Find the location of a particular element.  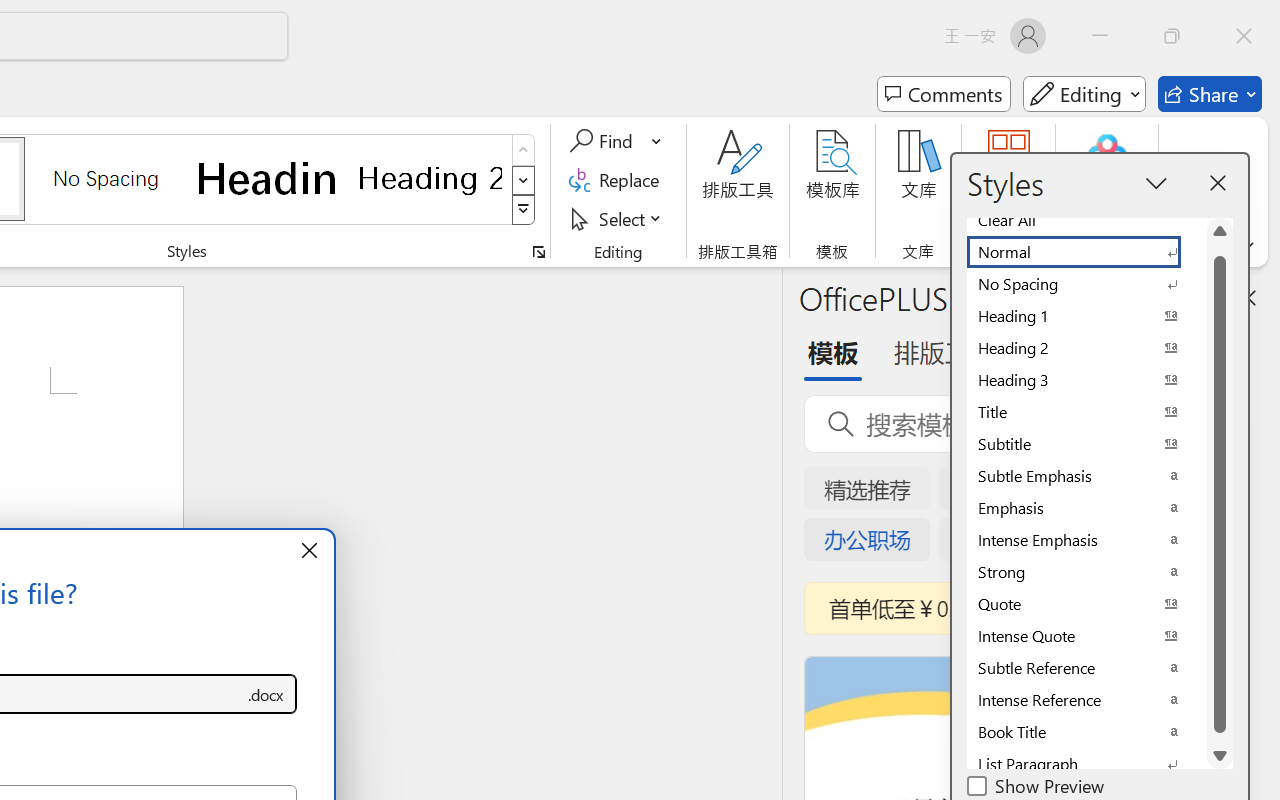

'Styles...' is located at coordinates (538, 251).